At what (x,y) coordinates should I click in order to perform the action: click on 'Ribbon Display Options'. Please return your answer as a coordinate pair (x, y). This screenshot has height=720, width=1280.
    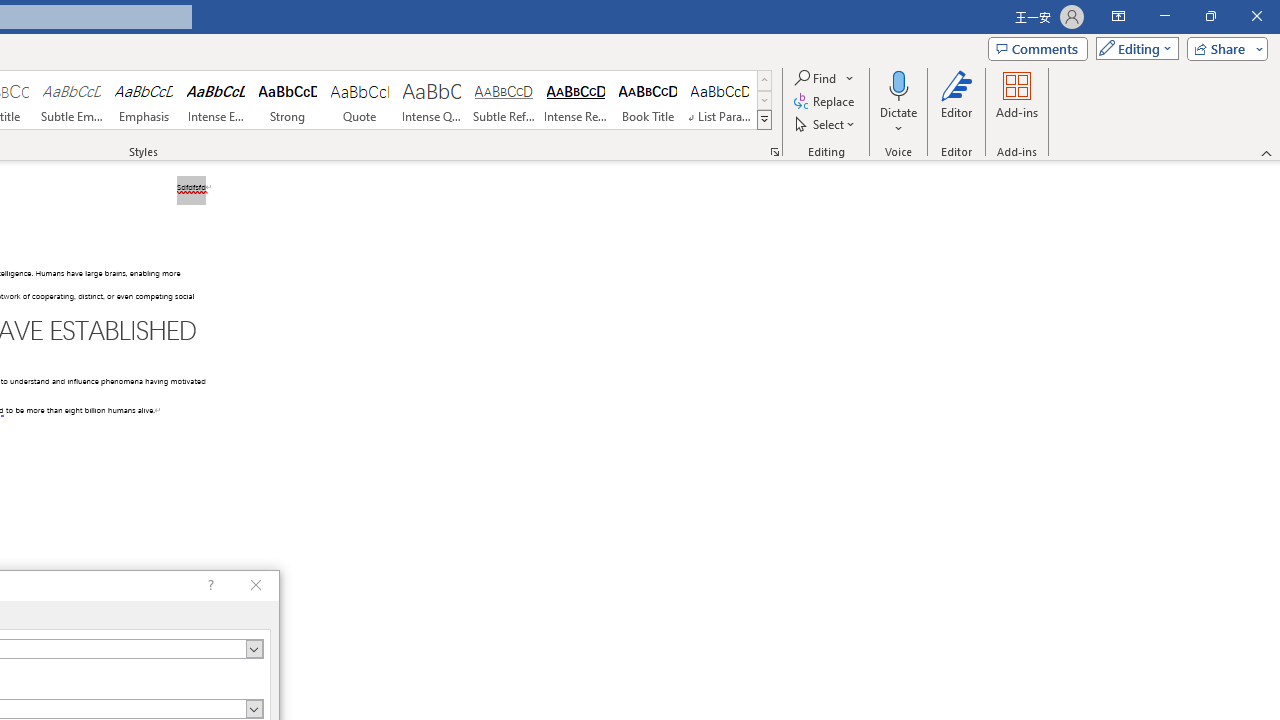
    Looking at the image, I should click on (1117, 16).